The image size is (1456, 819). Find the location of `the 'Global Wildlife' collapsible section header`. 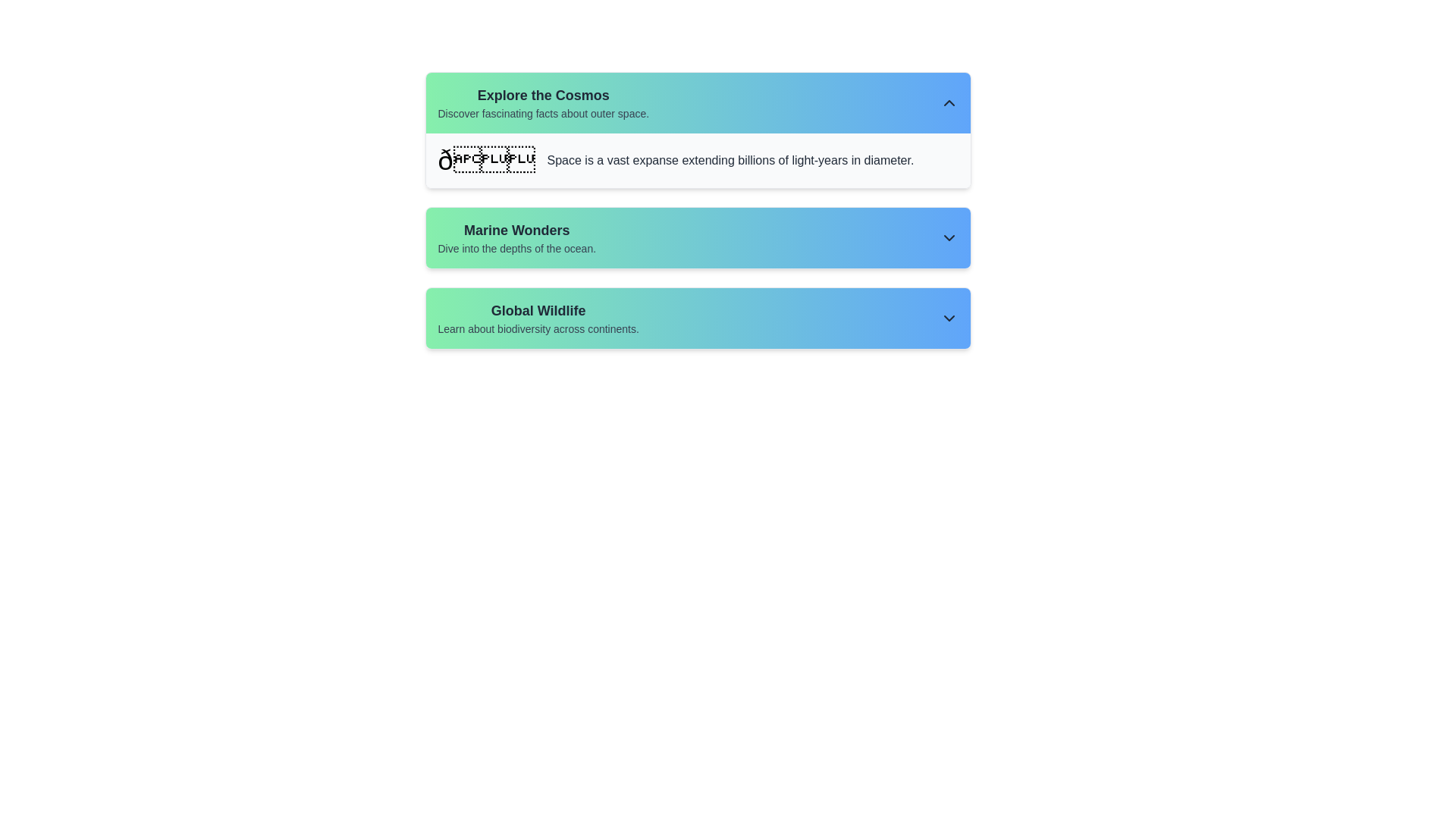

the 'Global Wildlife' collapsible section header is located at coordinates (697, 318).